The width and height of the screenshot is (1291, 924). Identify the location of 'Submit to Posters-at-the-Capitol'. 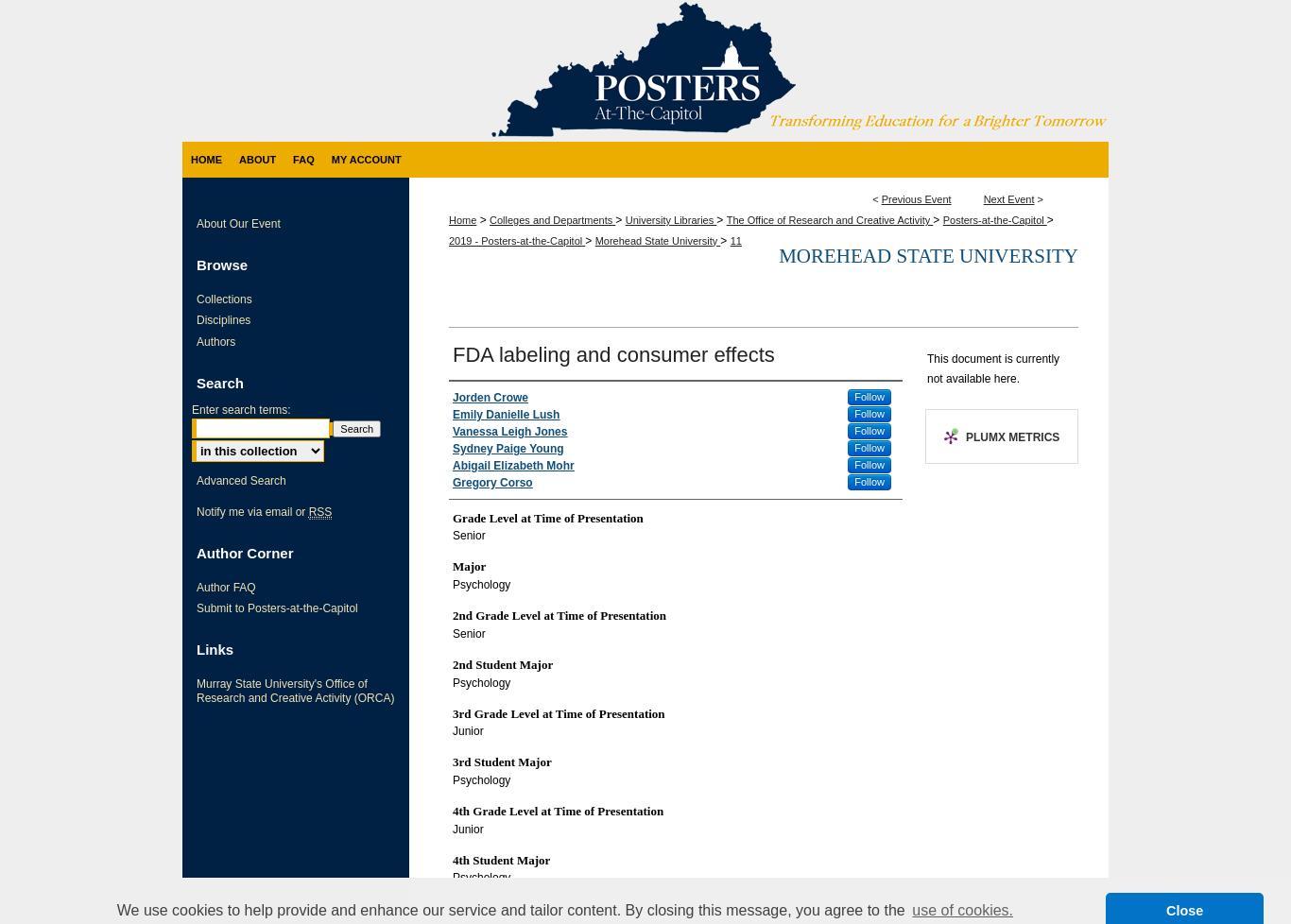
(277, 608).